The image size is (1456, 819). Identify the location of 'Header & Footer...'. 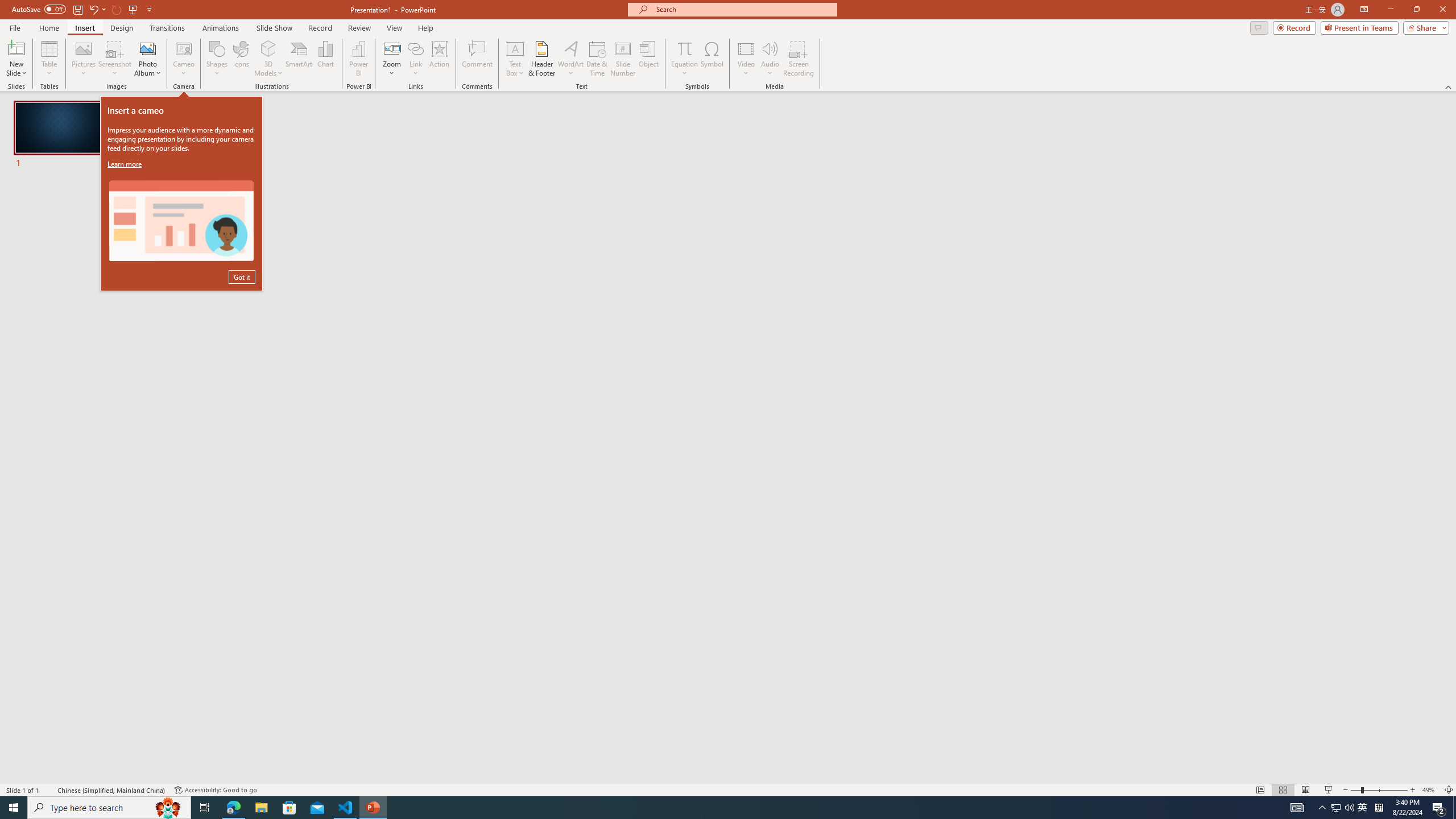
(541, 59).